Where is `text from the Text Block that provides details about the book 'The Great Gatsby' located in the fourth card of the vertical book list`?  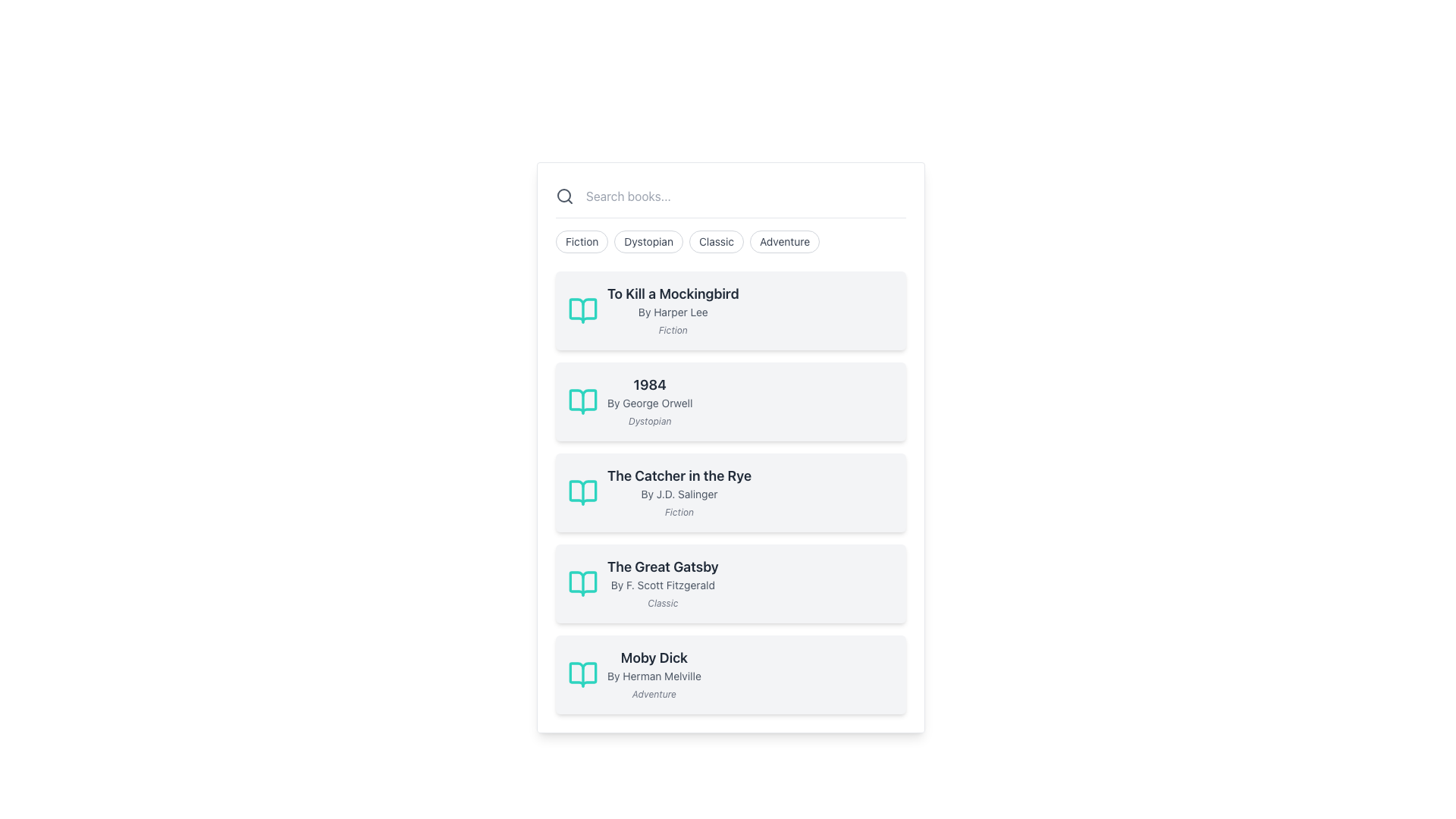 text from the Text Block that provides details about the book 'The Great Gatsby' located in the fourth card of the vertical book list is located at coordinates (663, 583).